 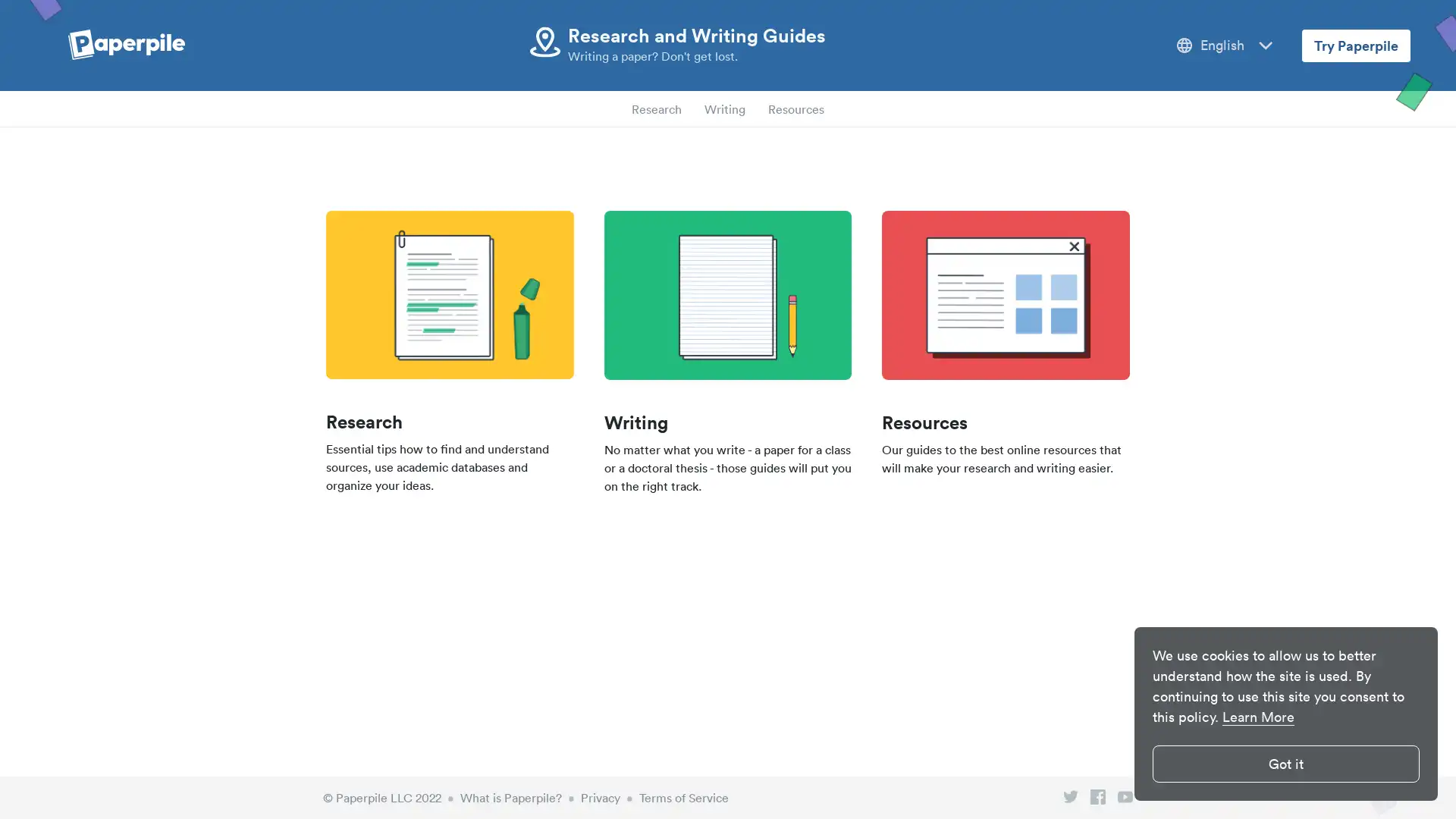 I want to click on dismiss cookie message, so click(x=1285, y=764).